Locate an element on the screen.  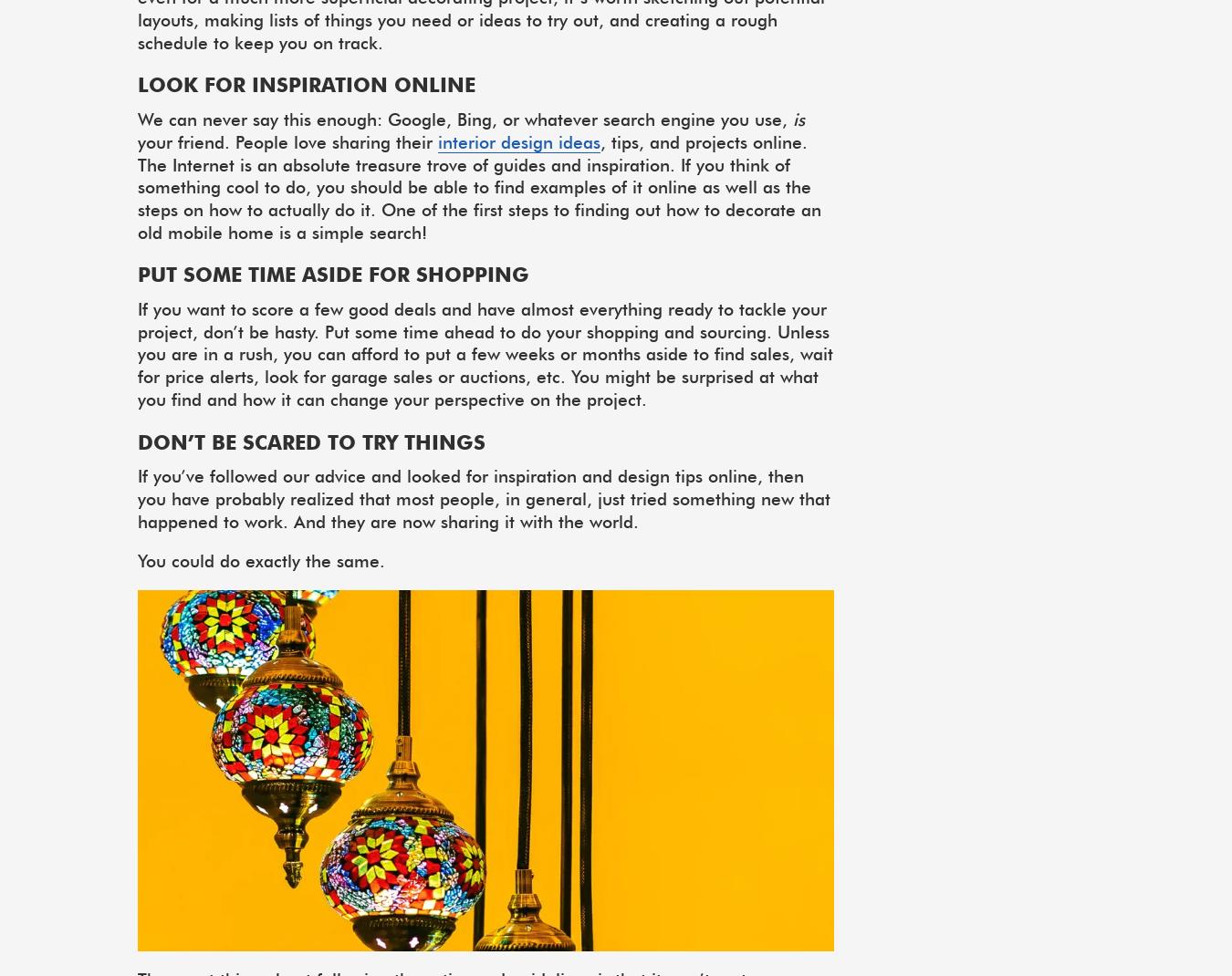
'We can never say this enough: Google, Bing, or whatever search engine you use,' is located at coordinates (138, 119).